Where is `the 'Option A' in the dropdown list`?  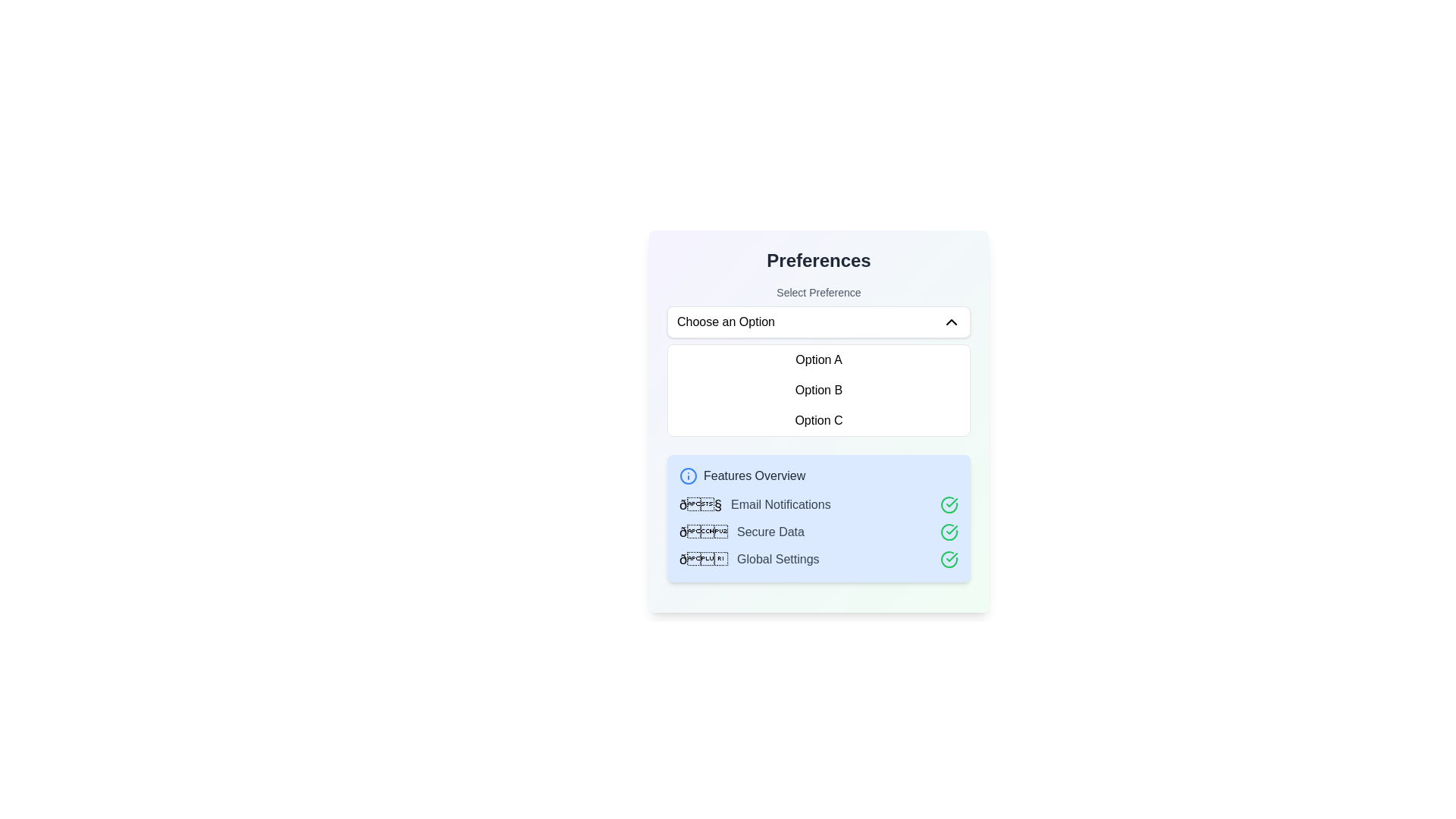
the 'Option A' in the dropdown list is located at coordinates (818, 359).